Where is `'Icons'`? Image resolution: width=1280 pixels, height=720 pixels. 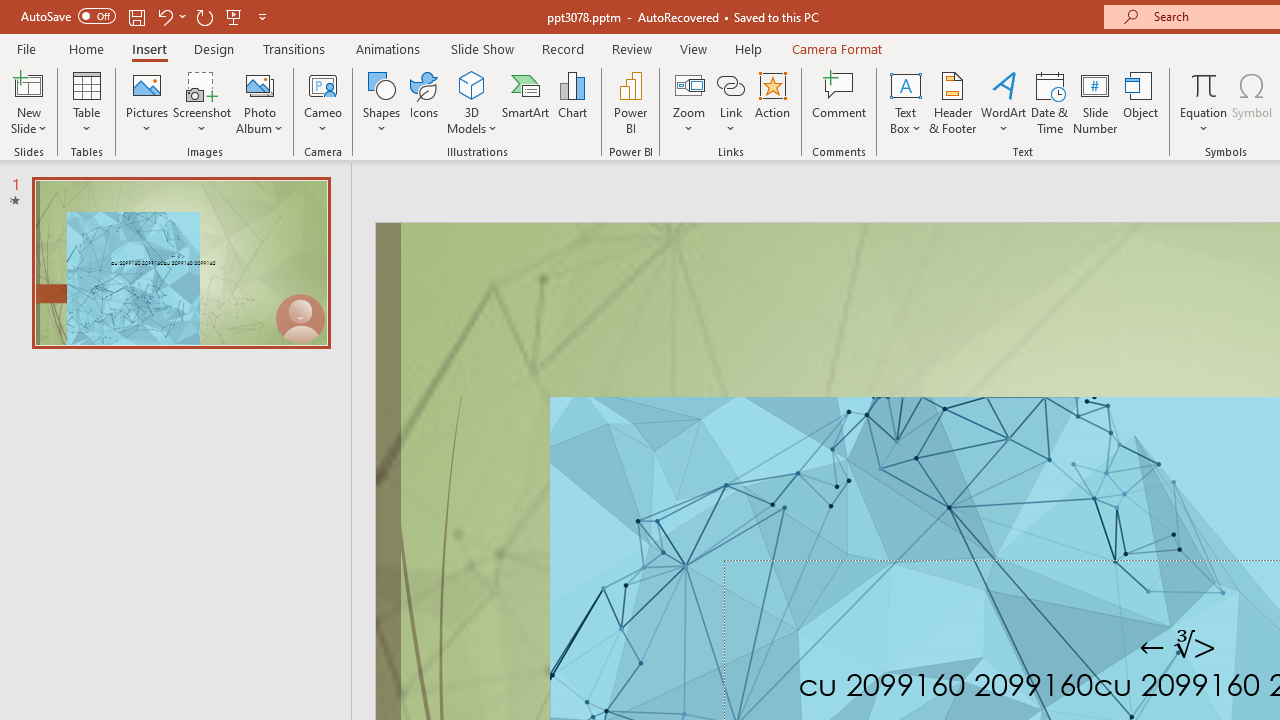 'Icons' is located at coordinates (423, 103).